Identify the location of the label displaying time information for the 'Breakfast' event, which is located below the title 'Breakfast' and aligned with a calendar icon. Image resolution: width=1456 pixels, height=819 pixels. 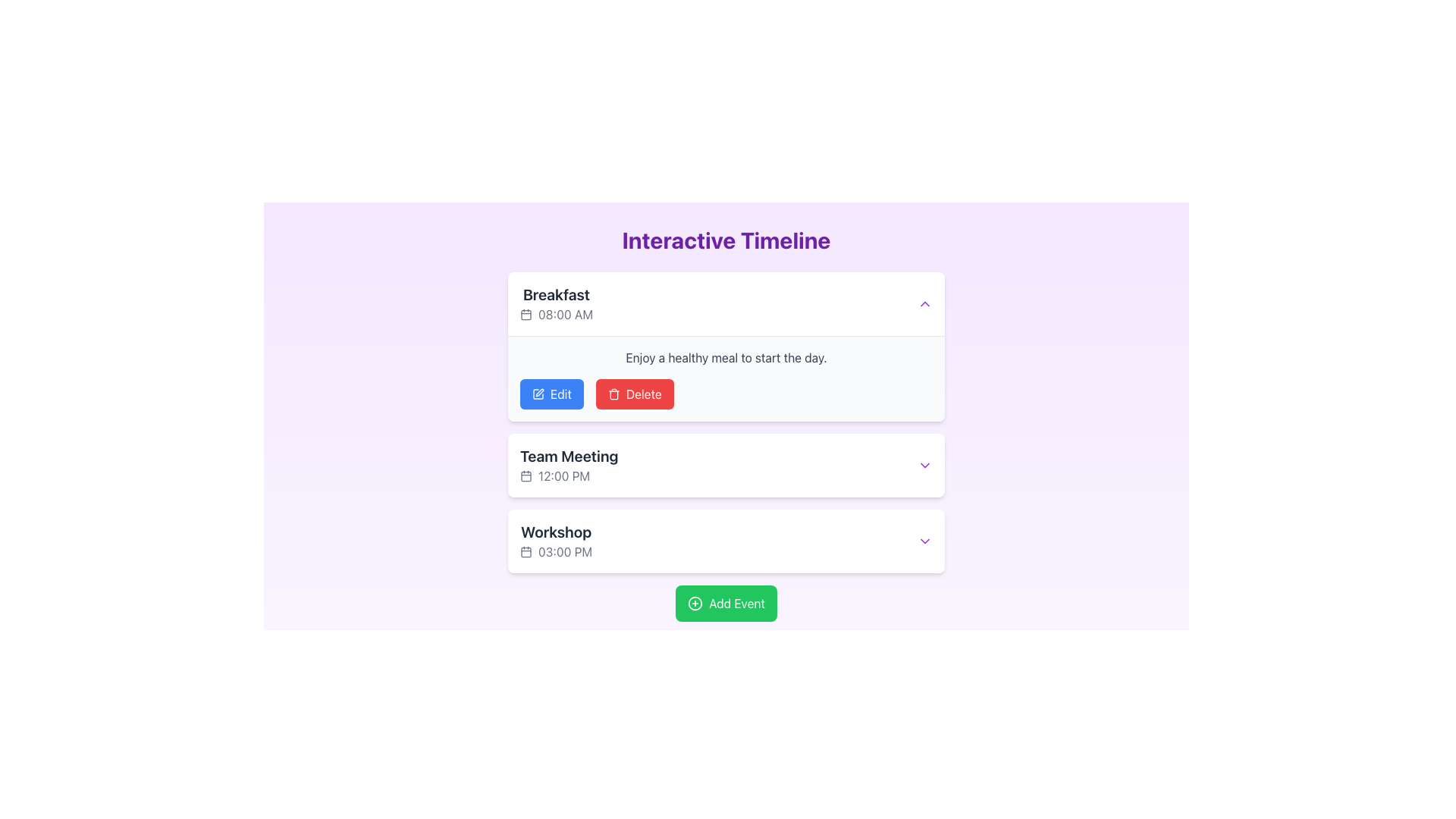
(556, 314).